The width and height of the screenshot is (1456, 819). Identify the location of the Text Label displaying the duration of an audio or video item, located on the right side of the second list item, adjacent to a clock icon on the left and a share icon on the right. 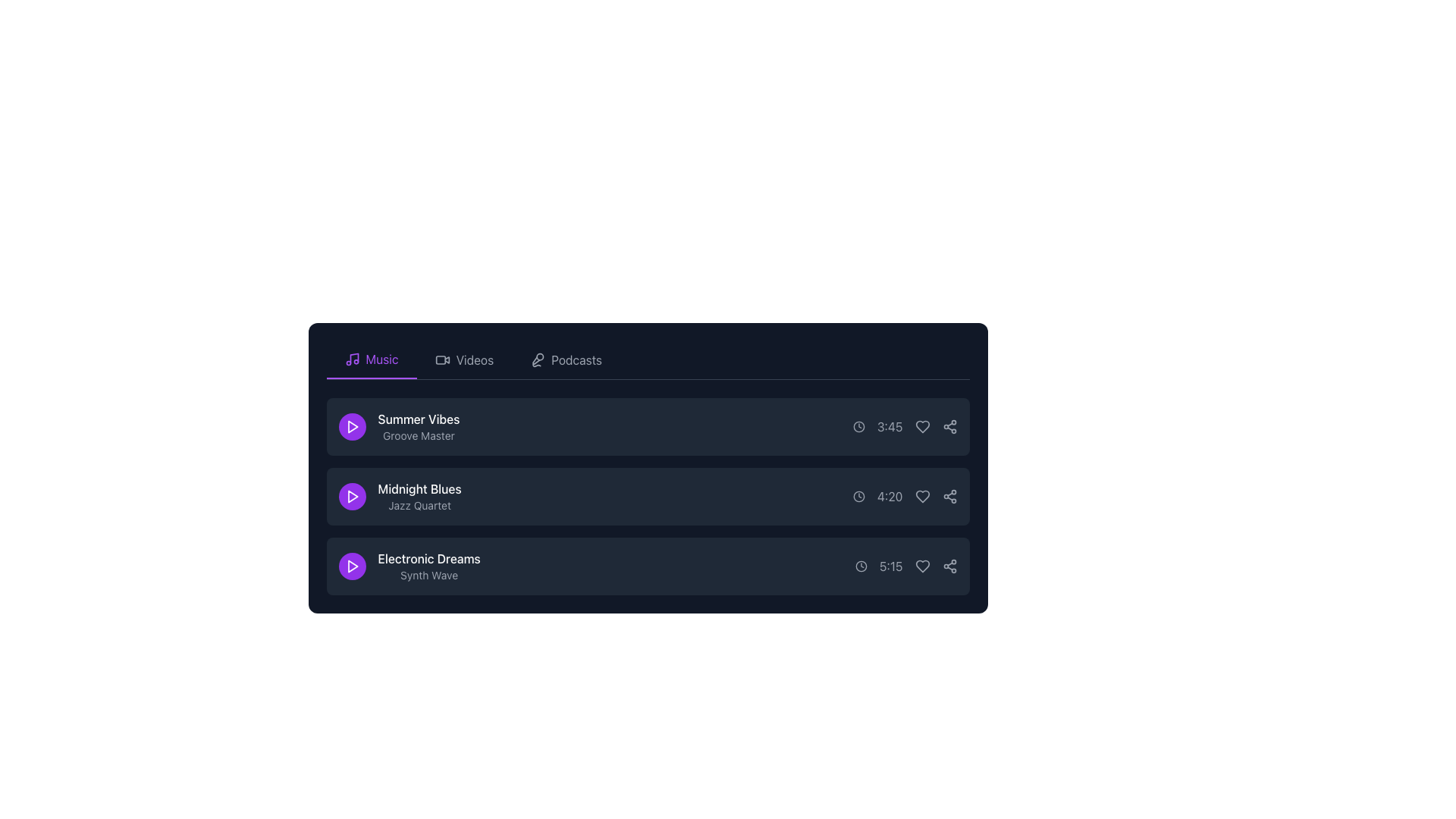
(890, 497).